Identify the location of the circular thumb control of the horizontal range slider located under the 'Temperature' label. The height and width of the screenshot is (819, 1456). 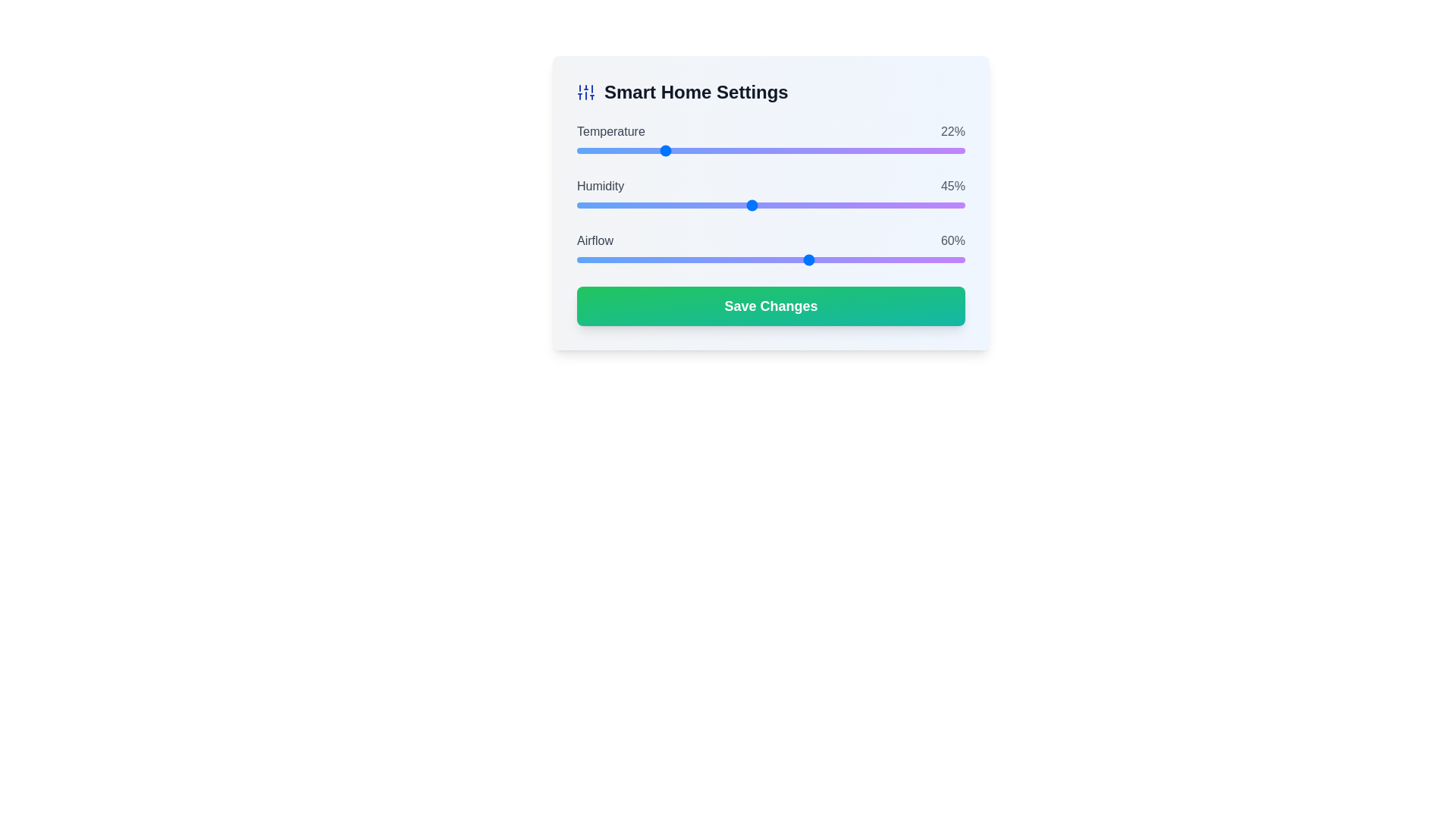
(771, 151).